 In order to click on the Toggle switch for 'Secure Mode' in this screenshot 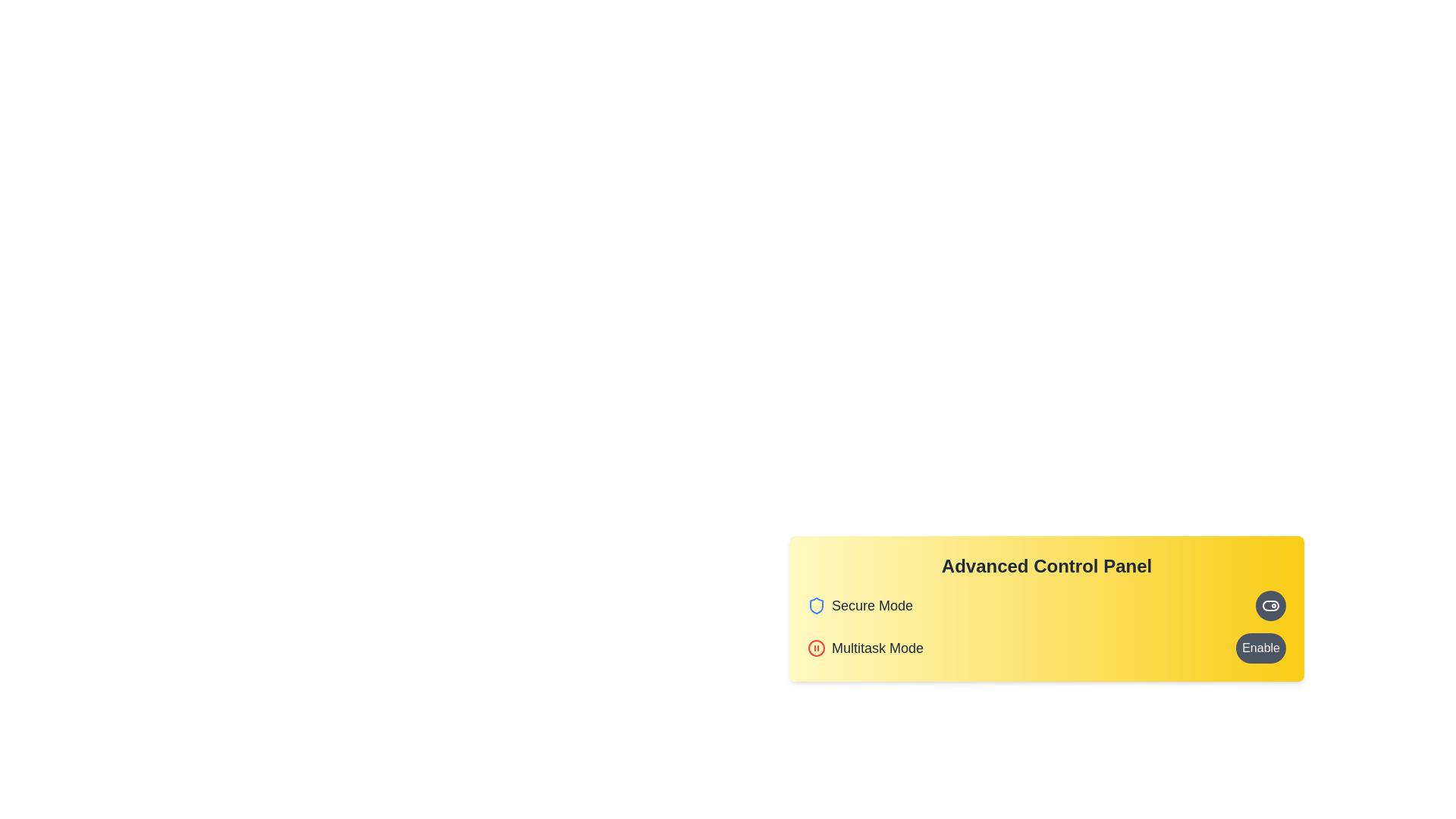, I will do `click(1270, 604)`.